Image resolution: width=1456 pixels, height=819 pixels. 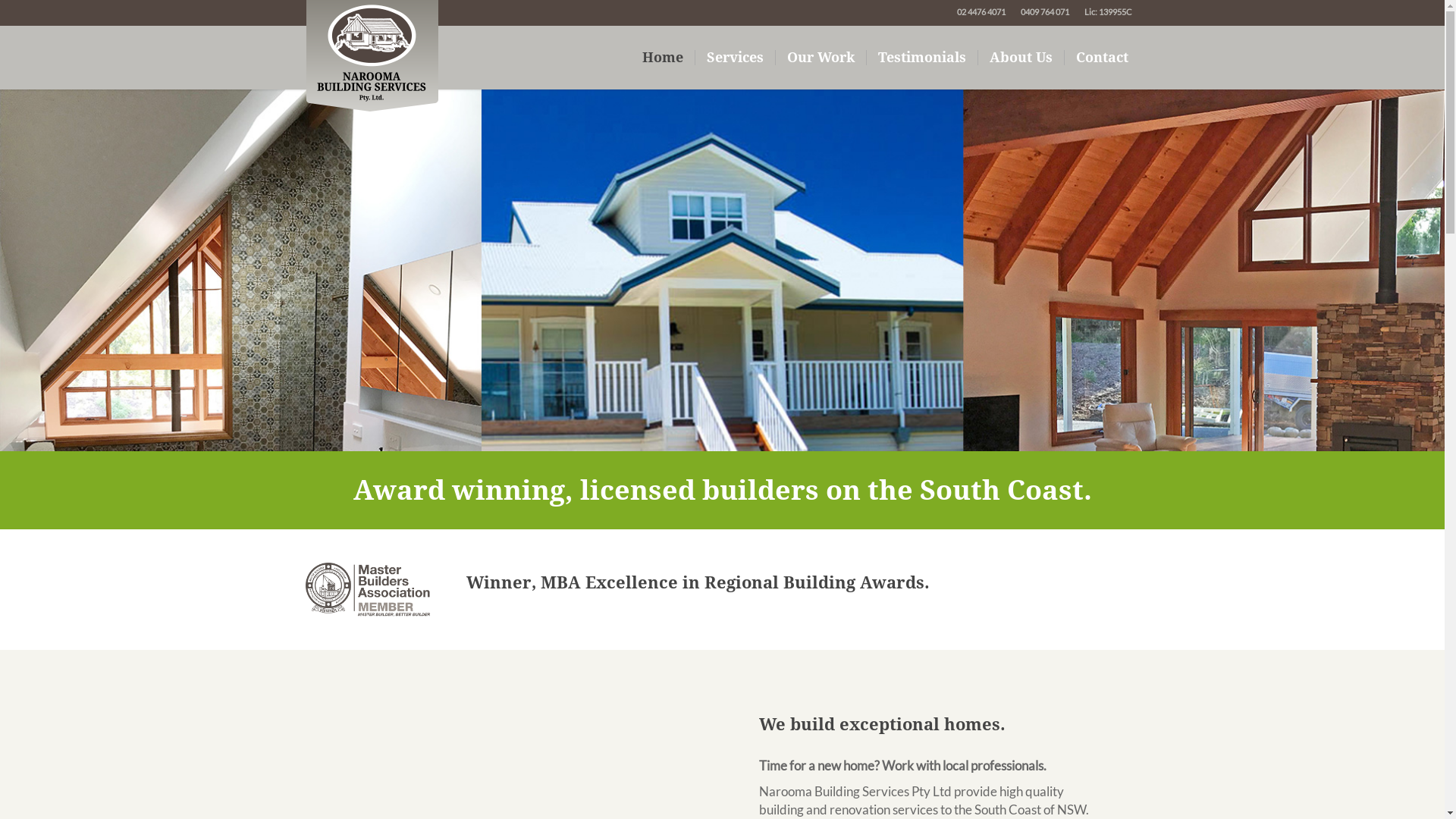 I want to click on 'Lic: 139955C', so click(x=1108, y=11).